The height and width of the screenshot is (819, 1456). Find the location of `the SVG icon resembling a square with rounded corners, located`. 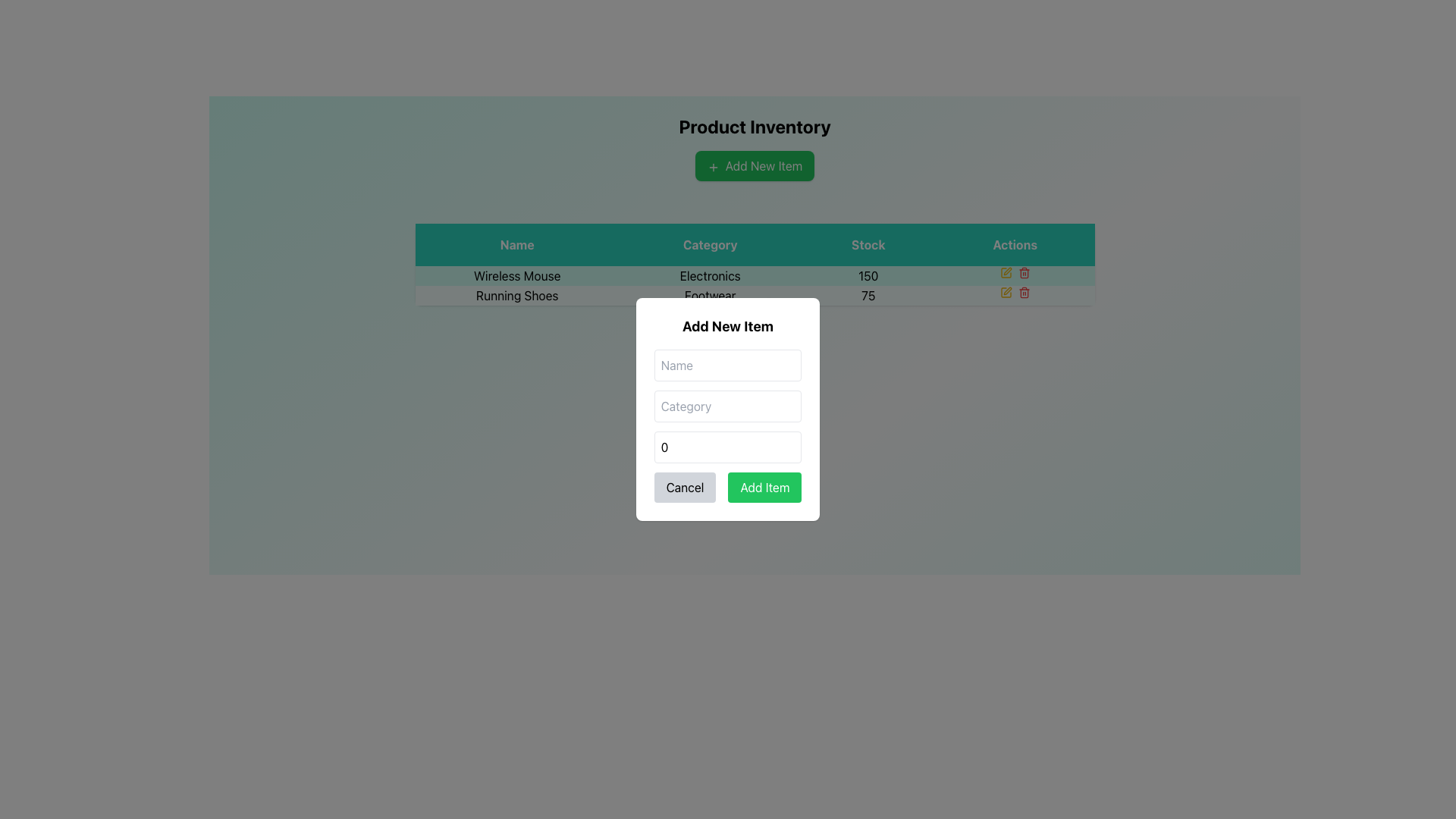

the SVG icon resembling a square with rounded corners, located is located at coordinates (1006, 271).